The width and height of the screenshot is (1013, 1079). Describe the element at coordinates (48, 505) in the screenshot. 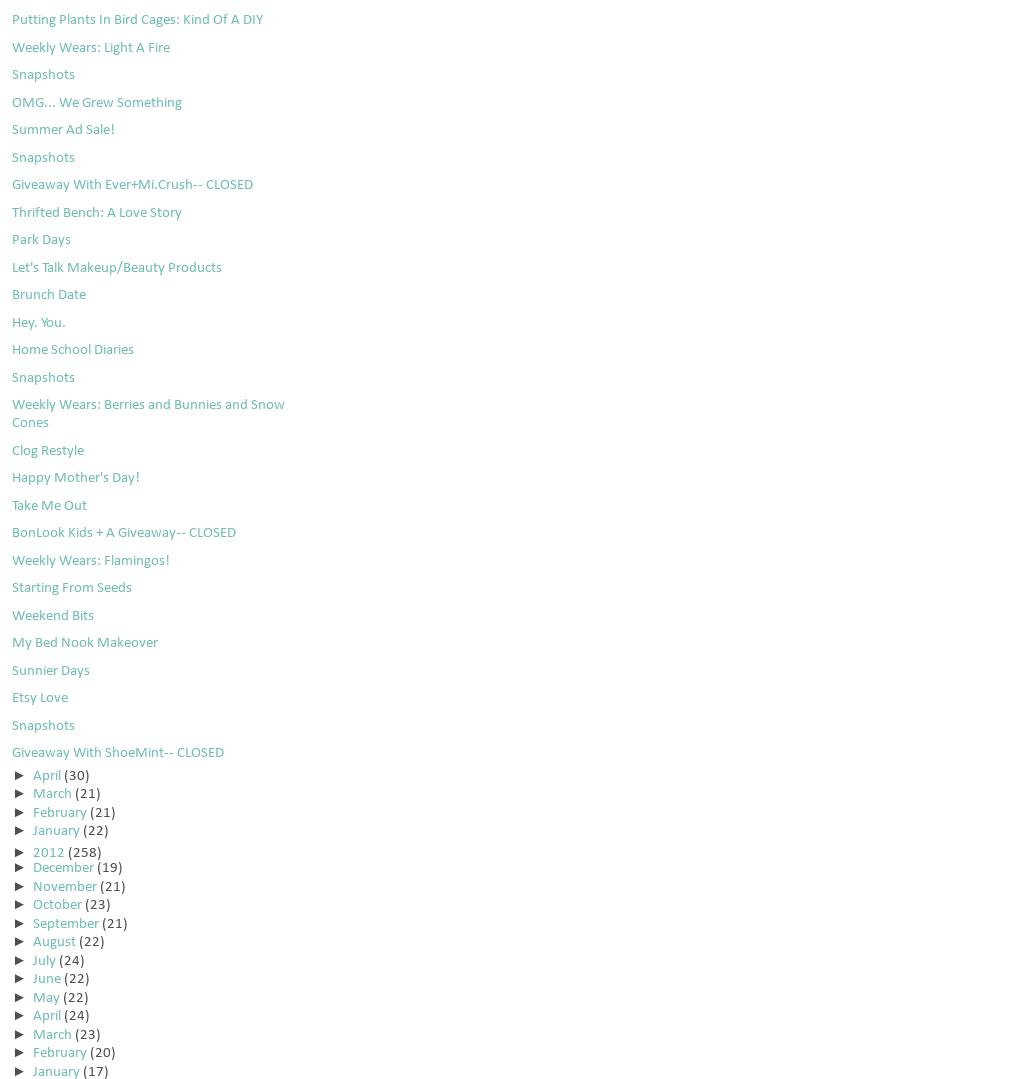

I see `'Take Me Out'` at that location.